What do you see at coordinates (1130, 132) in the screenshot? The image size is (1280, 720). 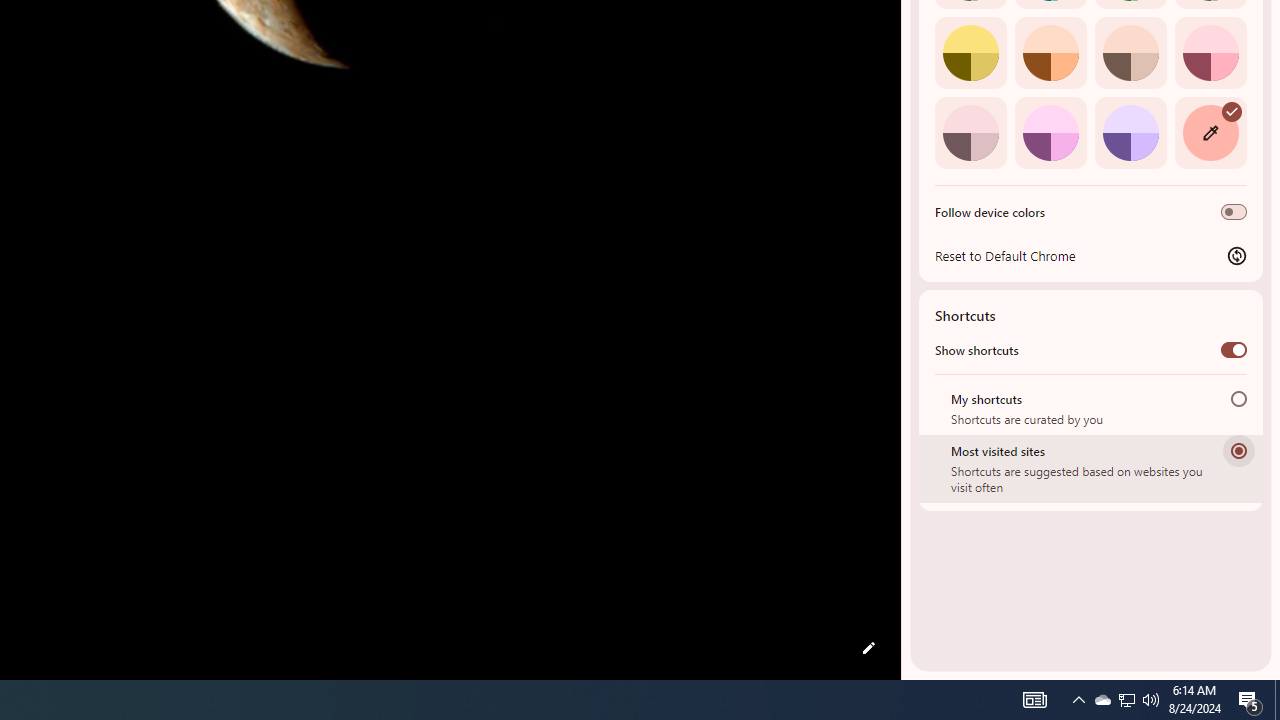 I see `'Violet'` at bounding box center [1130, 132].